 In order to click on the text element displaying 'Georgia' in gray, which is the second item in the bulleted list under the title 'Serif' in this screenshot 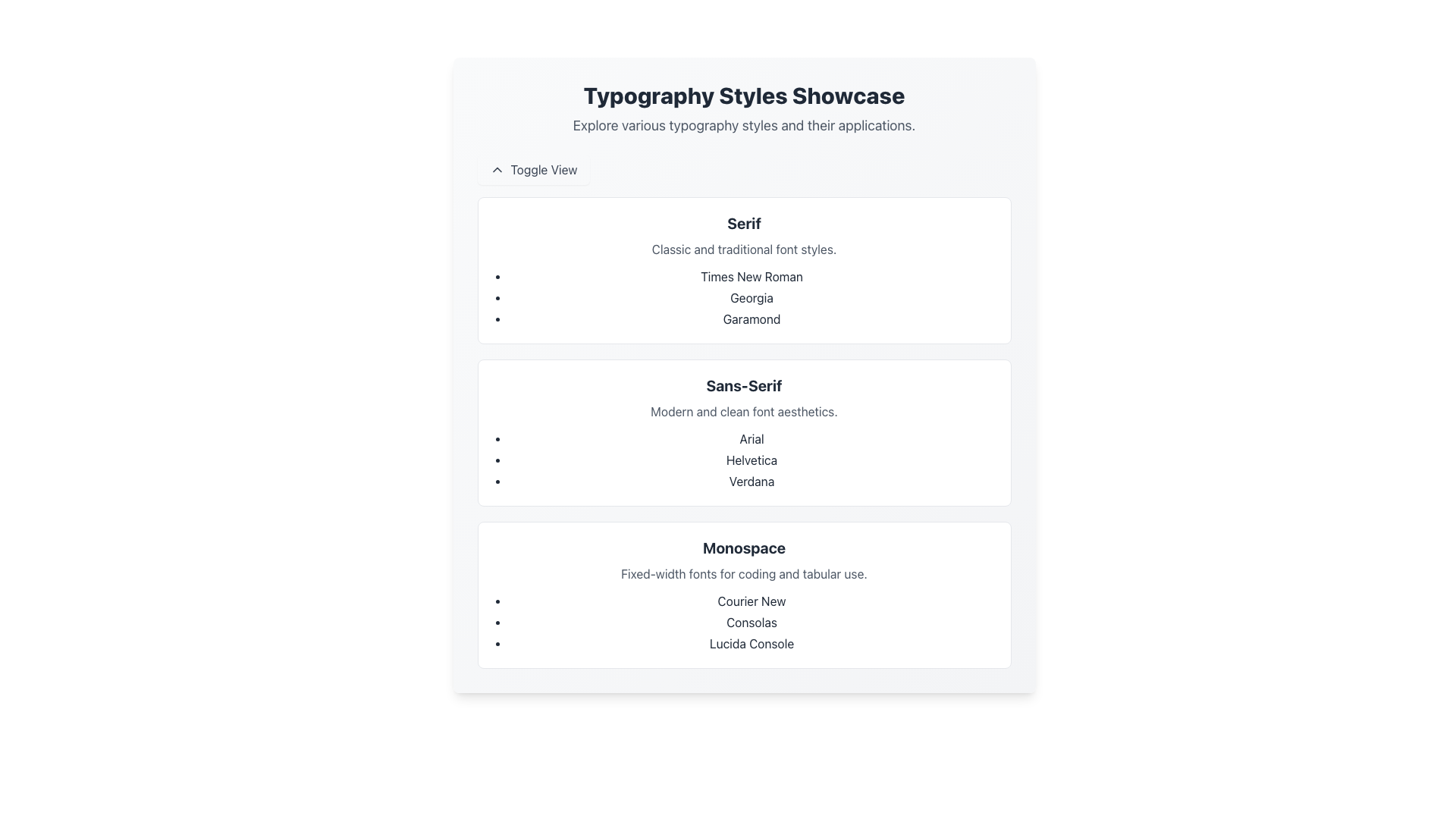, I will do `click(752, 298)`.